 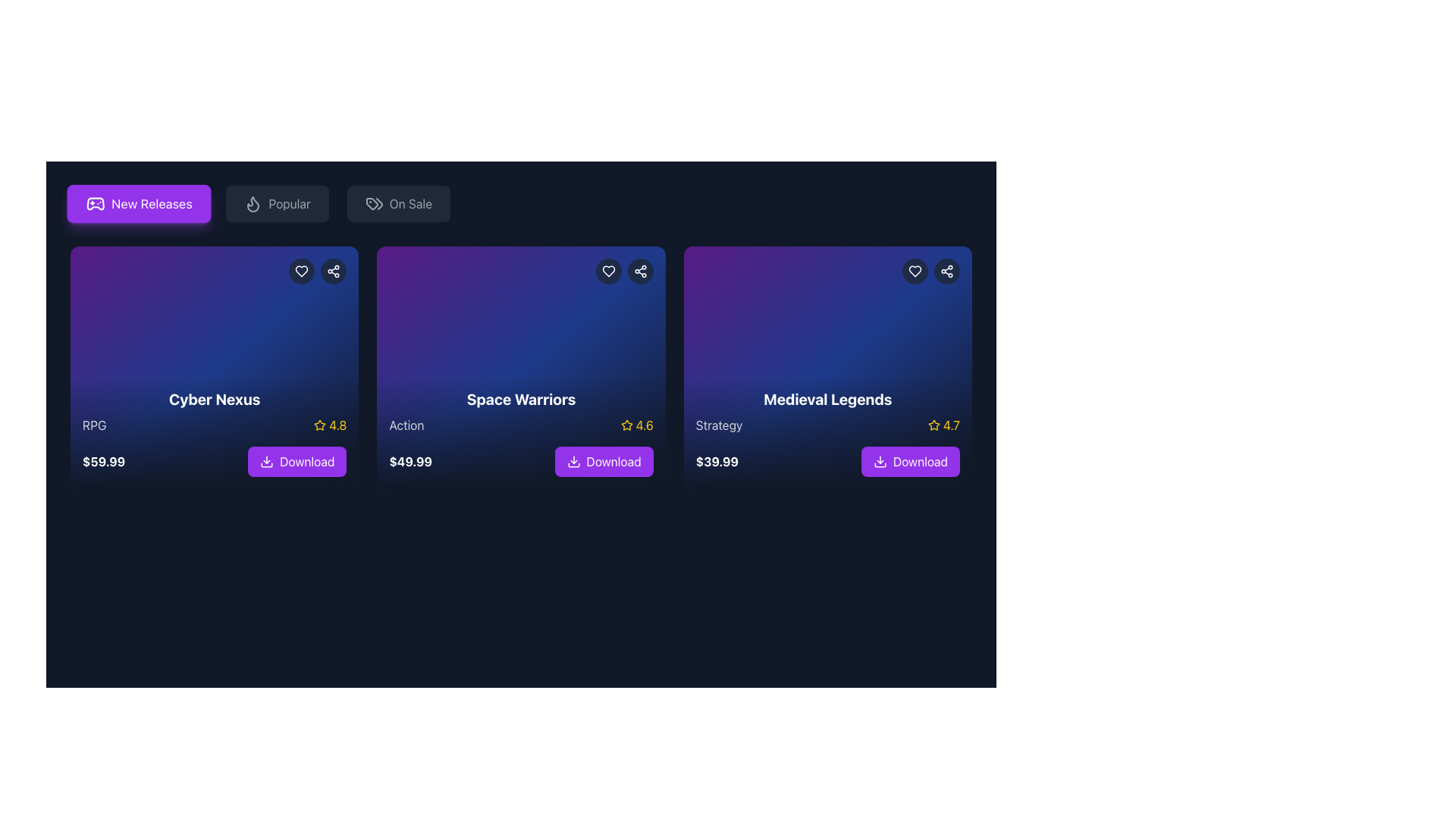 What do you see at coordinates (337, 425) in the screenshot?
I see `text '4.8' displayed in yellow font color, which is the rating indicator located in the bottom right corner of the first card, next to a star icon` at bounding box center [337, 425].